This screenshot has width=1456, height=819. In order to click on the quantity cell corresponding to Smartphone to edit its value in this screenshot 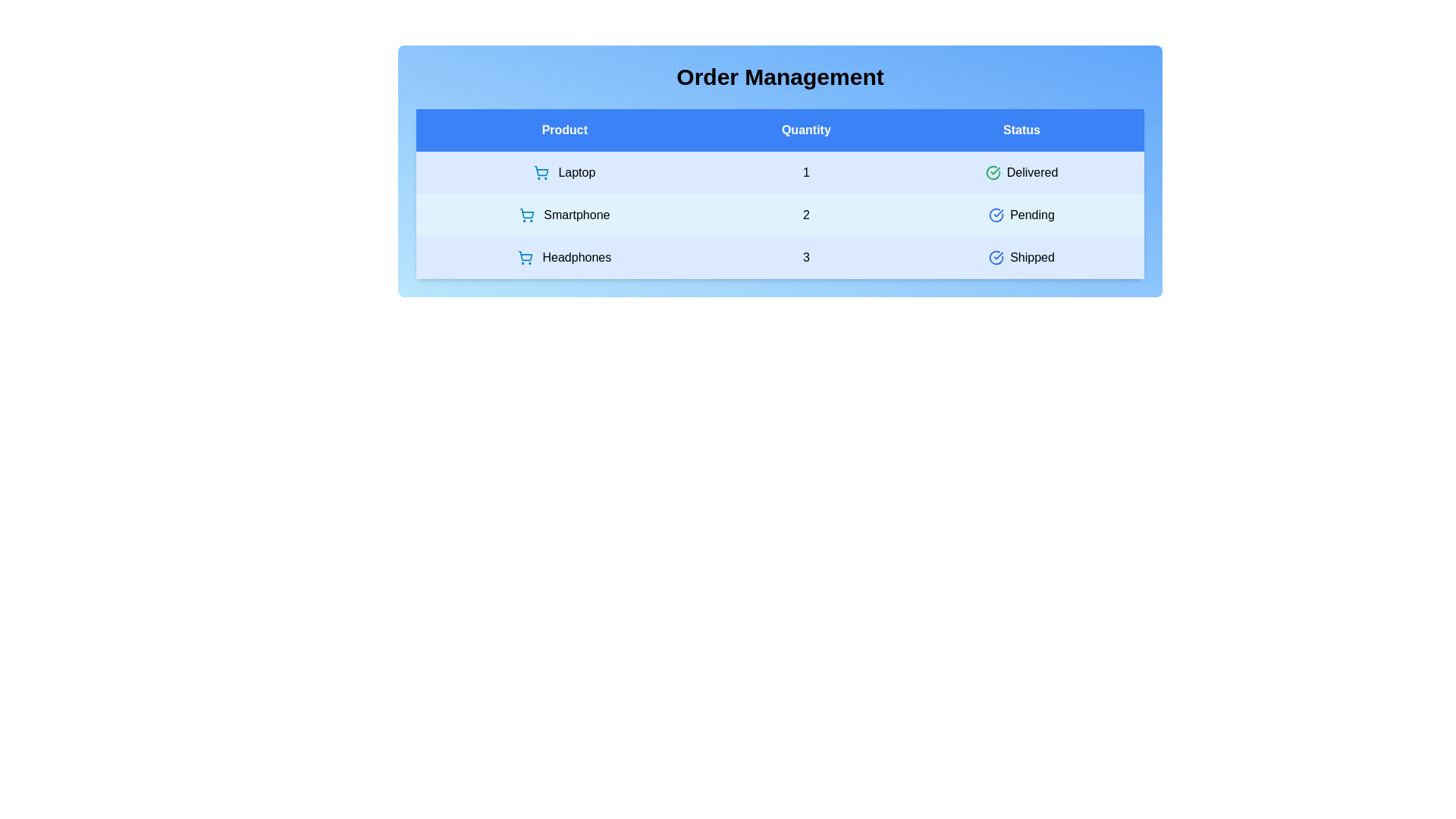, I will do `click(805, 215)`.